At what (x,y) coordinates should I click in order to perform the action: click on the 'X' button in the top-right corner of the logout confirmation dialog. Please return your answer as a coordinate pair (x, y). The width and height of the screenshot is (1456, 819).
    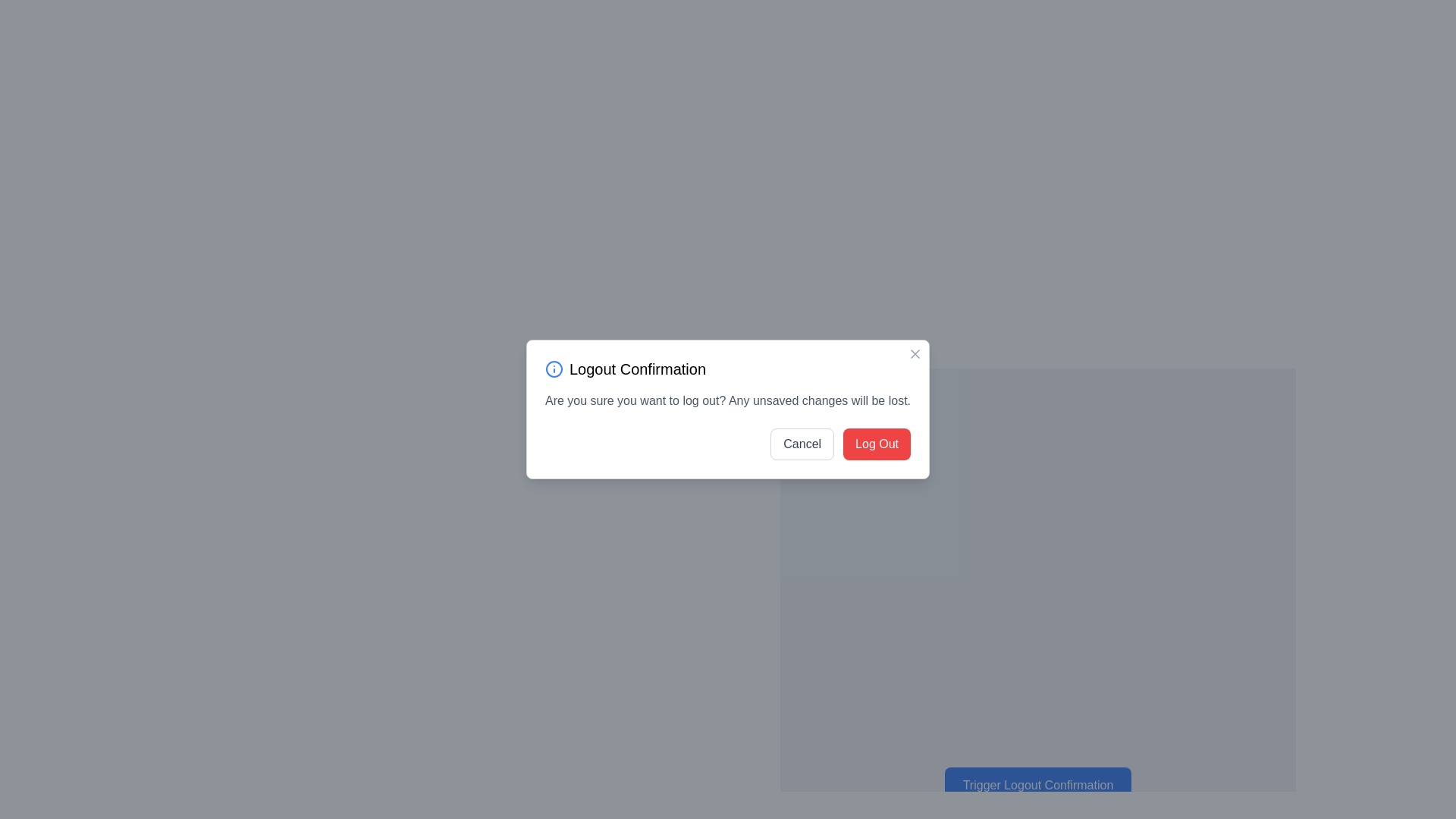
    Looking at the image, I should click on (915, 353).